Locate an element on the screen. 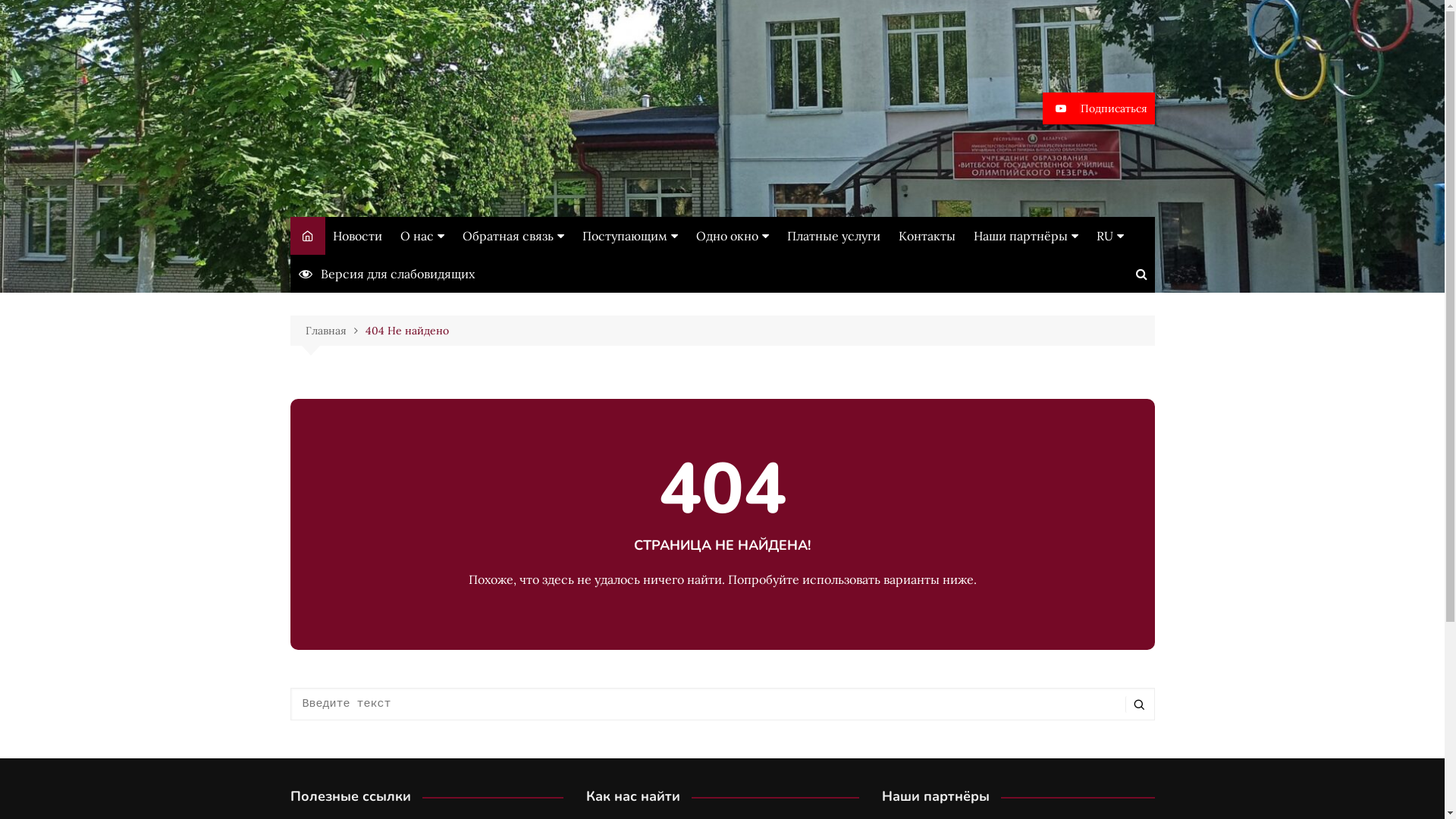  'RU' is located at coordinates (1171, 267).